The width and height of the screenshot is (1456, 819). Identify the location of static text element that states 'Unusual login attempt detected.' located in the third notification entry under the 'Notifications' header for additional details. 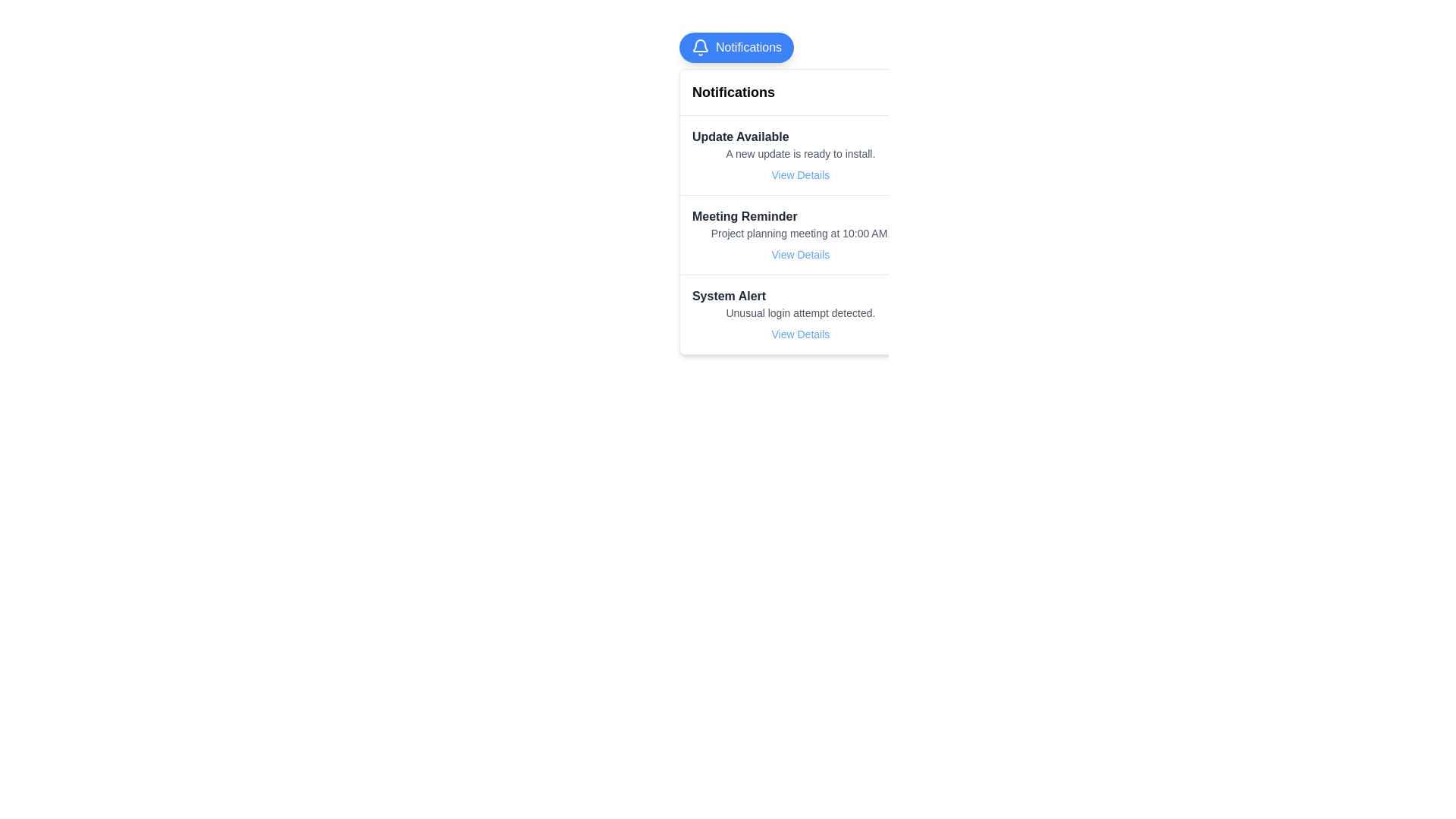
(800, 312).